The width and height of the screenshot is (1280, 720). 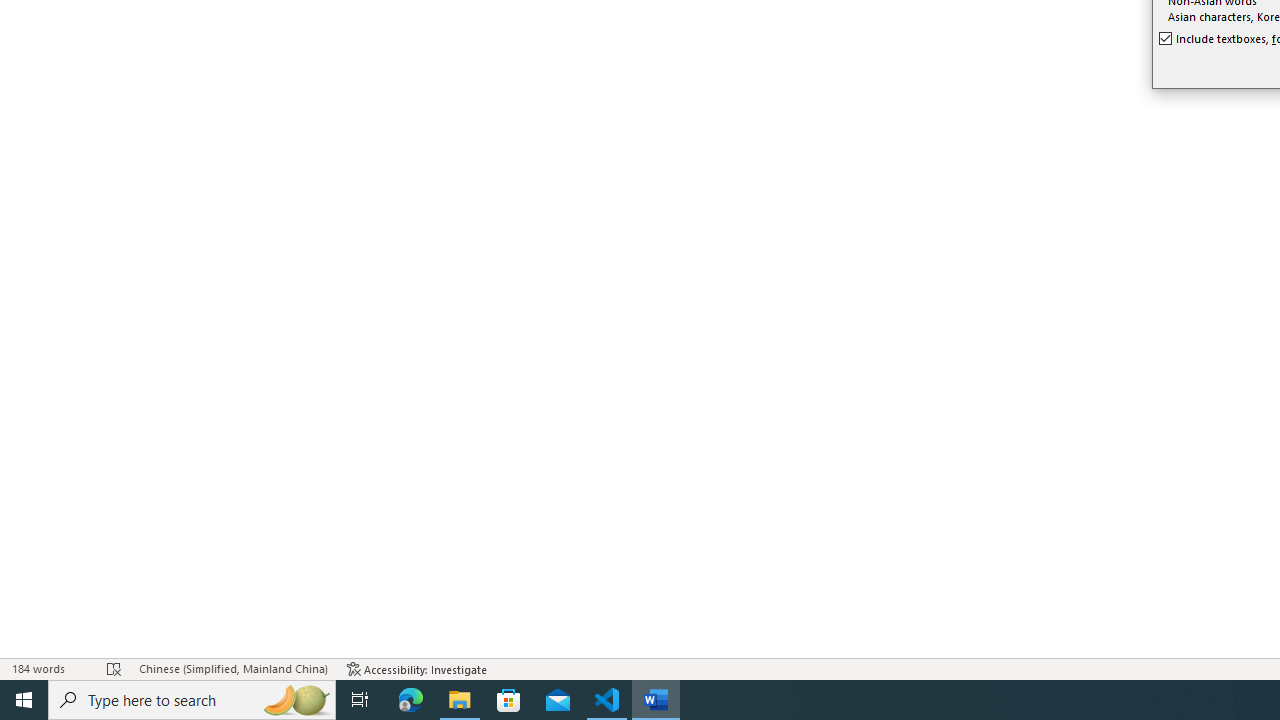 What do you see at coordinates (410, 698) in the screenshot?
I see `'Microsoft Edge'` at bounding box center [410, 698].